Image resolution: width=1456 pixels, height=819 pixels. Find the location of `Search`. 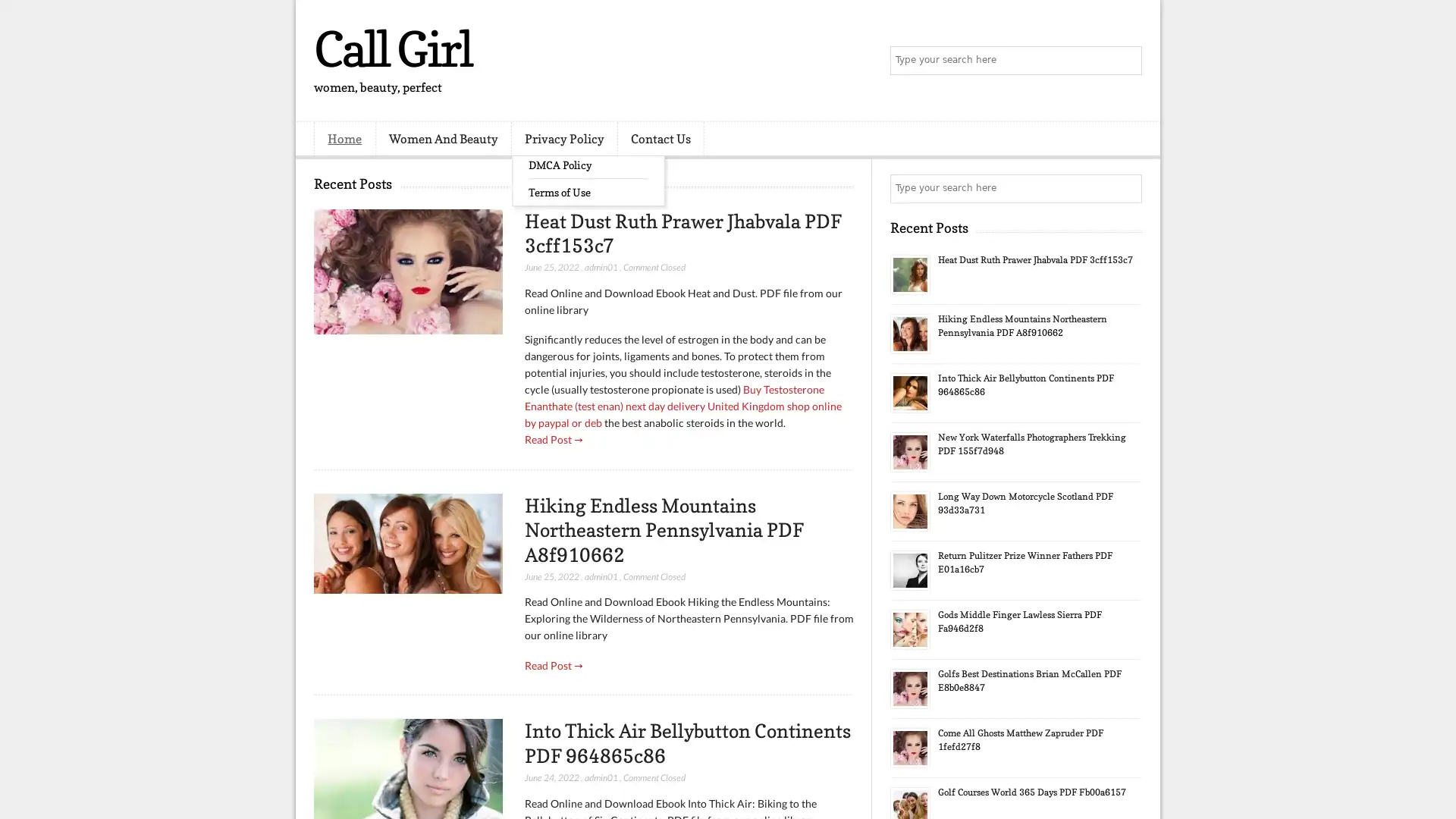

Search is located at coordinates (1126, 188).